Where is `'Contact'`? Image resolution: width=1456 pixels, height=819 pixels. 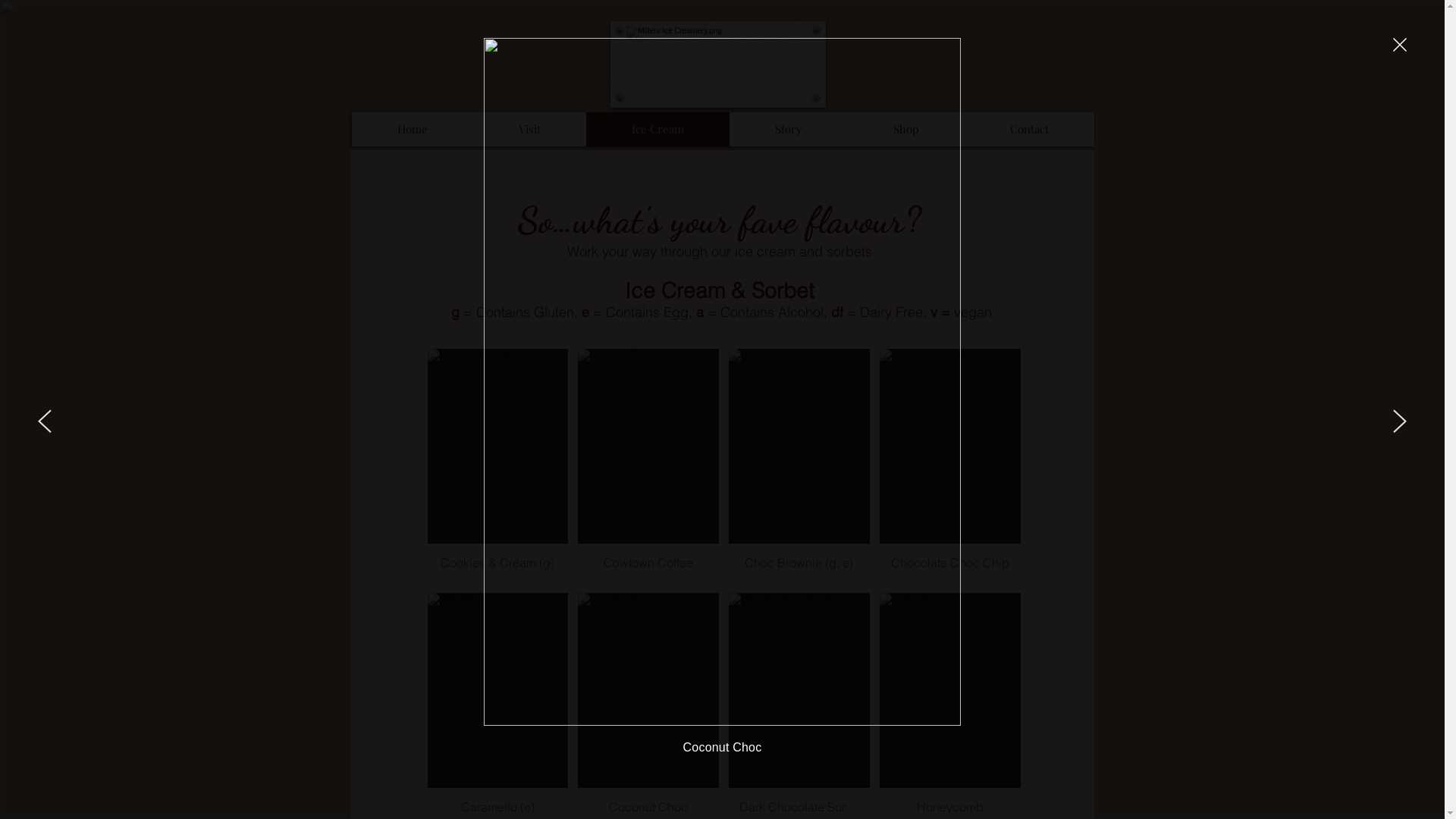 'Contact' is located at coordinates (1029, 128).